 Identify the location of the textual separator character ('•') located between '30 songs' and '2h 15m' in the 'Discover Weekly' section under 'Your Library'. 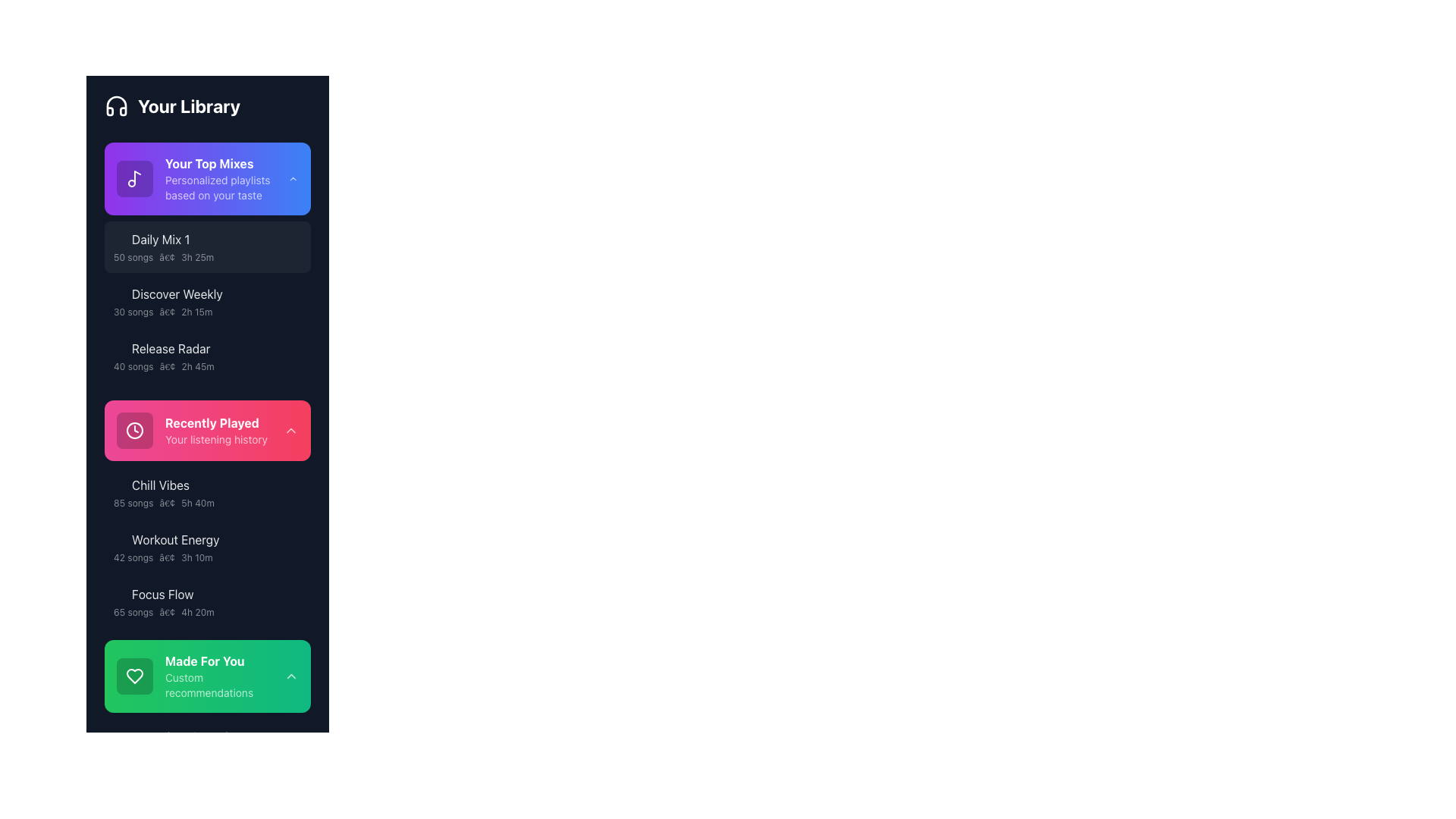
(167, 312).